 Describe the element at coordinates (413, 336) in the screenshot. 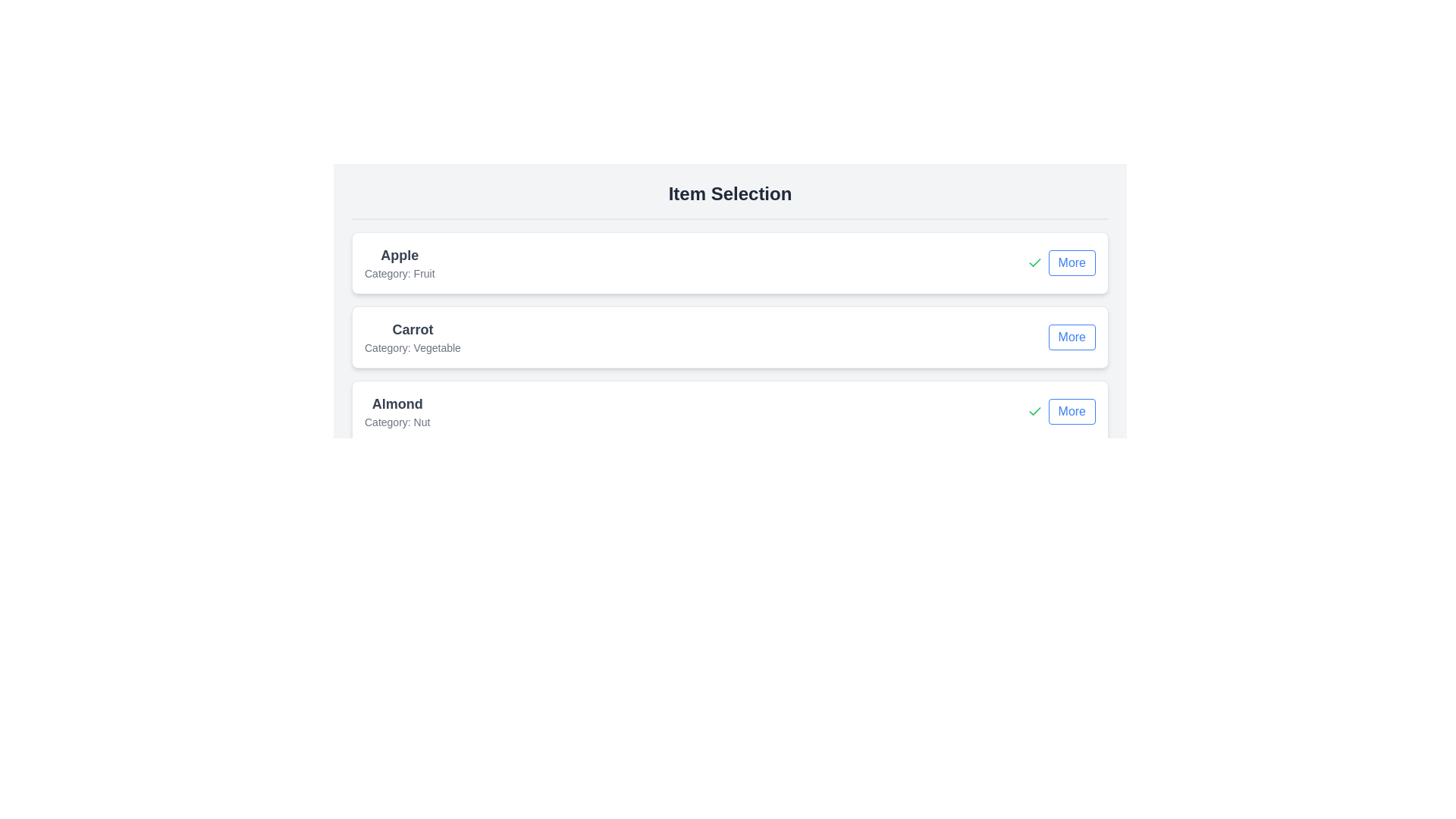

I see `the label that describes 'Carrot' as a 'Vegetable', located in the second list item of a bordered, shadowed card` at that location.